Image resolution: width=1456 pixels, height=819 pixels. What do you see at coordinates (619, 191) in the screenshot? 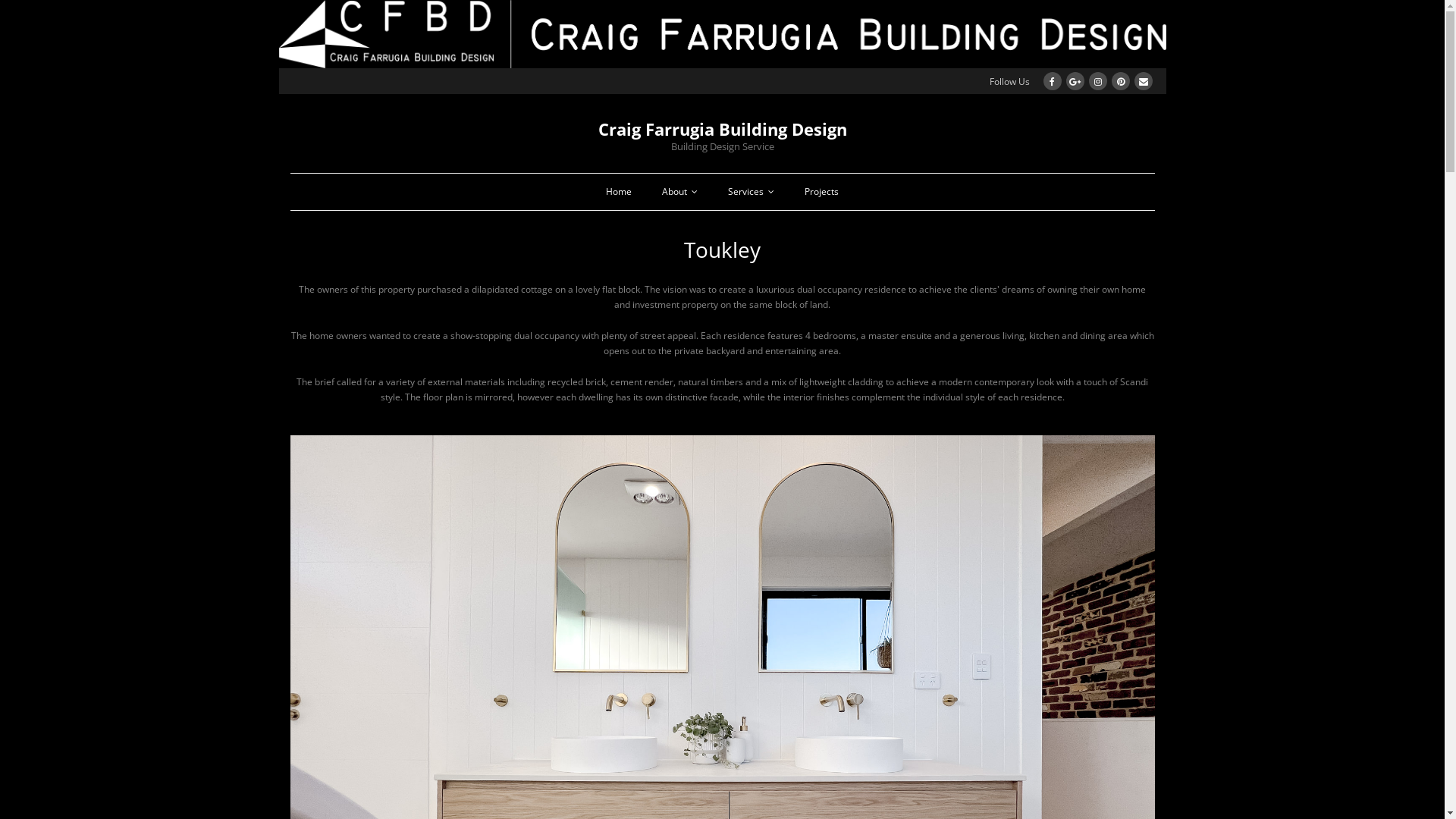
I see `'Home'` at bounding box center [619, 191].